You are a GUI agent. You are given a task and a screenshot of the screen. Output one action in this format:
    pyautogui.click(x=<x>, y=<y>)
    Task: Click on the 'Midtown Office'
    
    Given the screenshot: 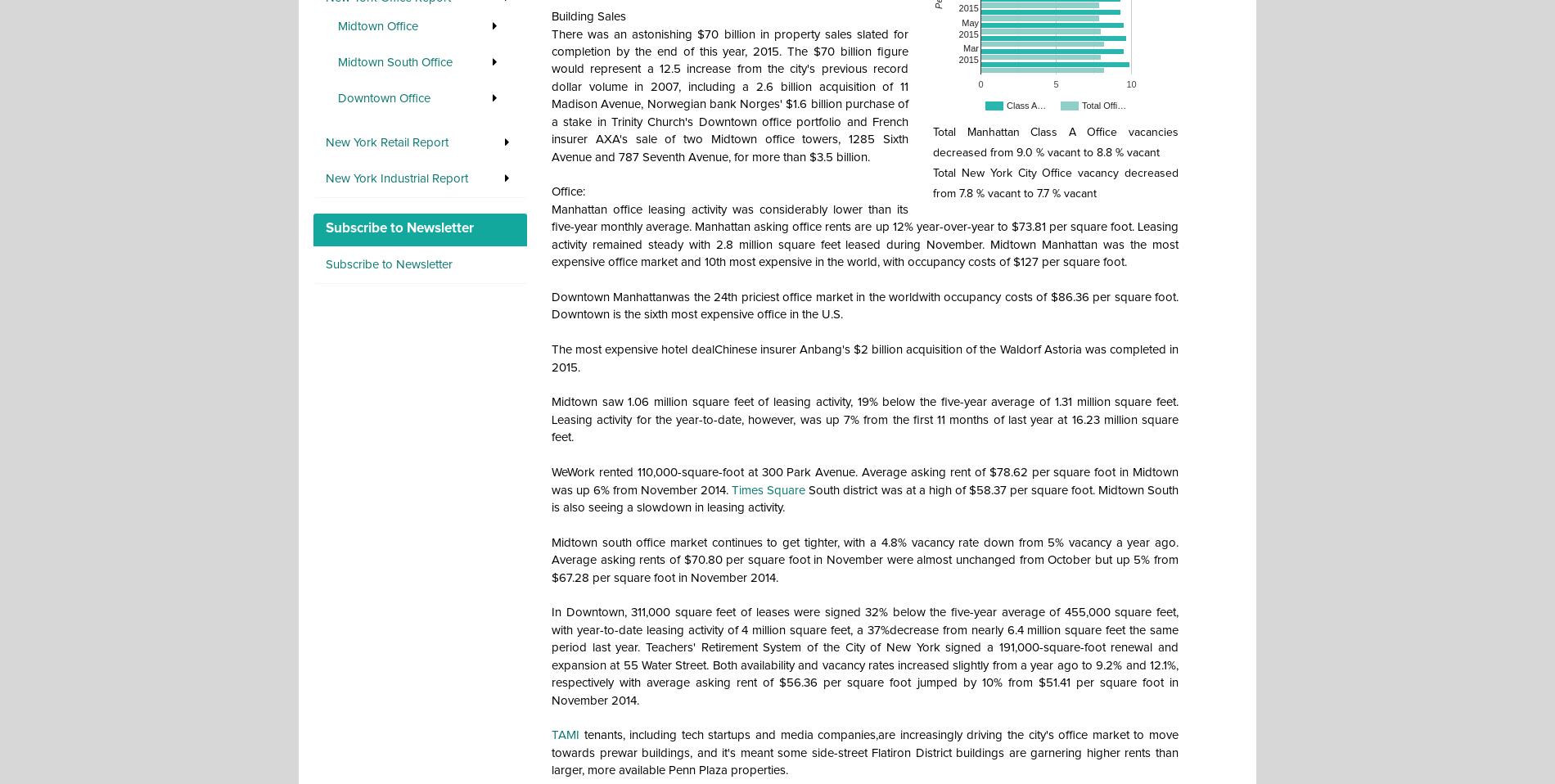 What is the action you would take?
    pyautogui.click(x=377, y=25)
    